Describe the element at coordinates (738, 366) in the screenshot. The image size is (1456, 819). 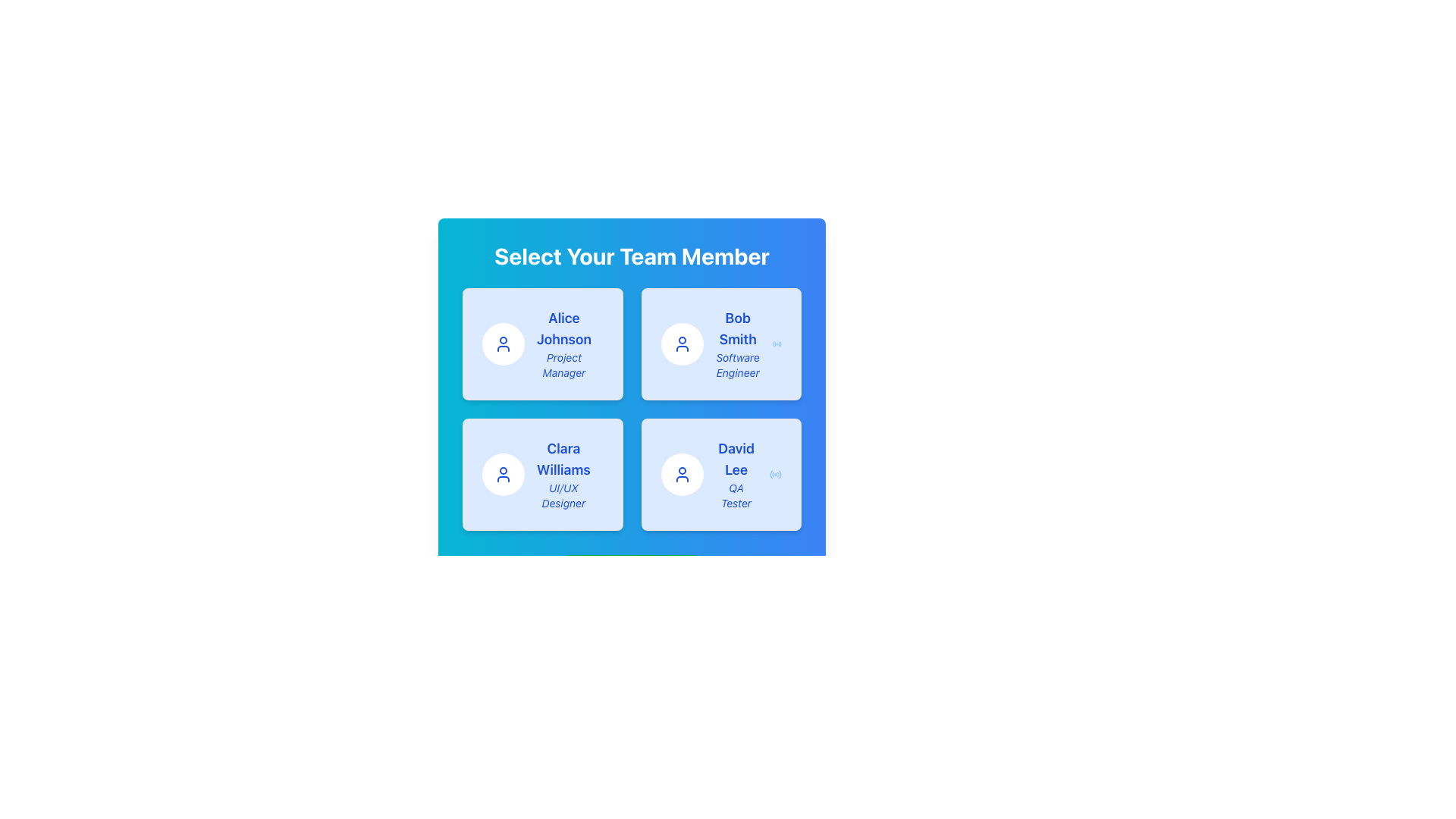
I see `the text label indicating the job title 'Software Engineer' associated with 'Bob Smith', located in the upper-right quadrant of the interface, directly below the name` at that location.